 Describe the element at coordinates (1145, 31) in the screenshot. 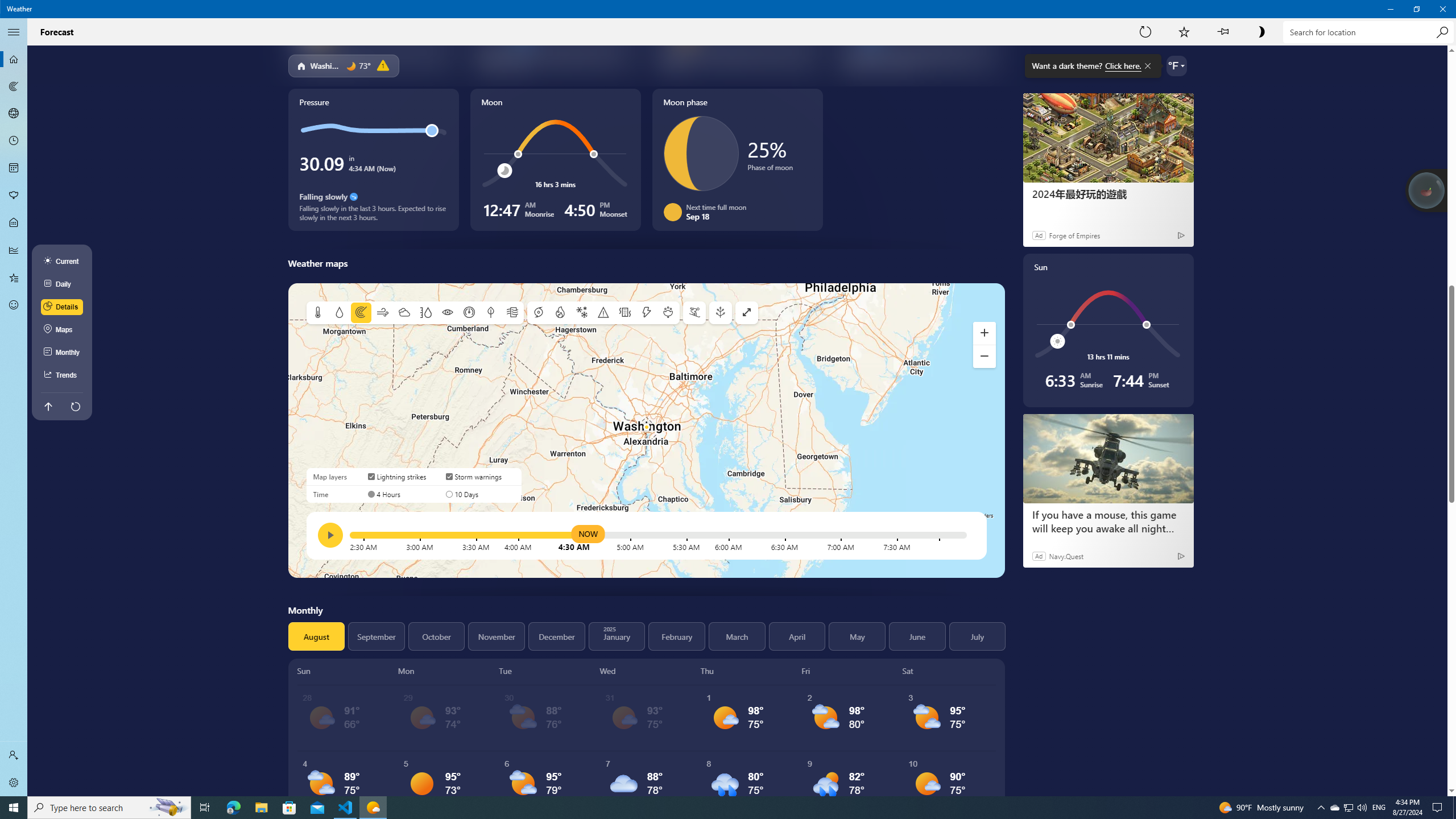

I see `'Refresh'` at that location.